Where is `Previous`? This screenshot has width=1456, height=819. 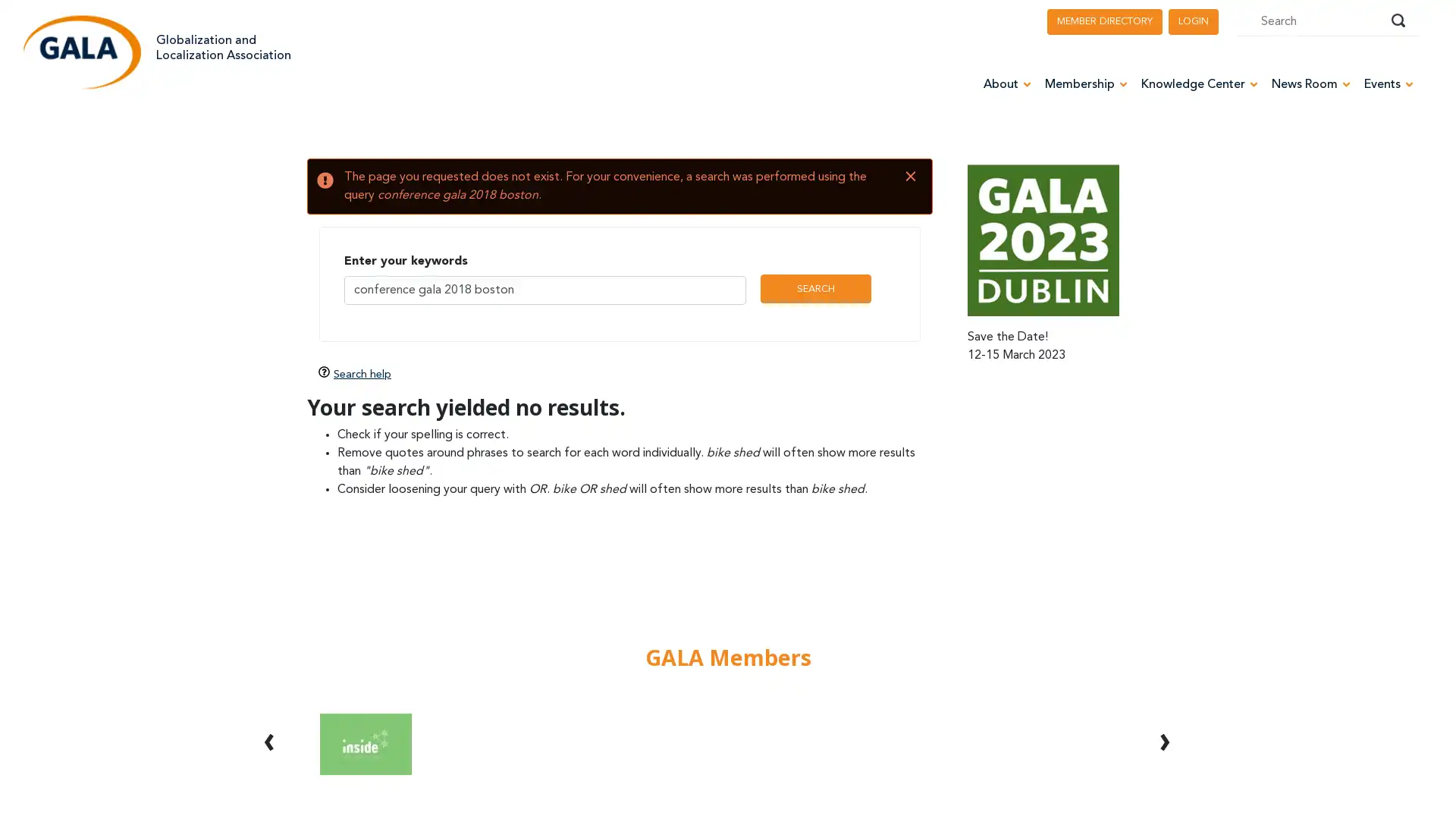
Previous is located at coordinates (268, 724).